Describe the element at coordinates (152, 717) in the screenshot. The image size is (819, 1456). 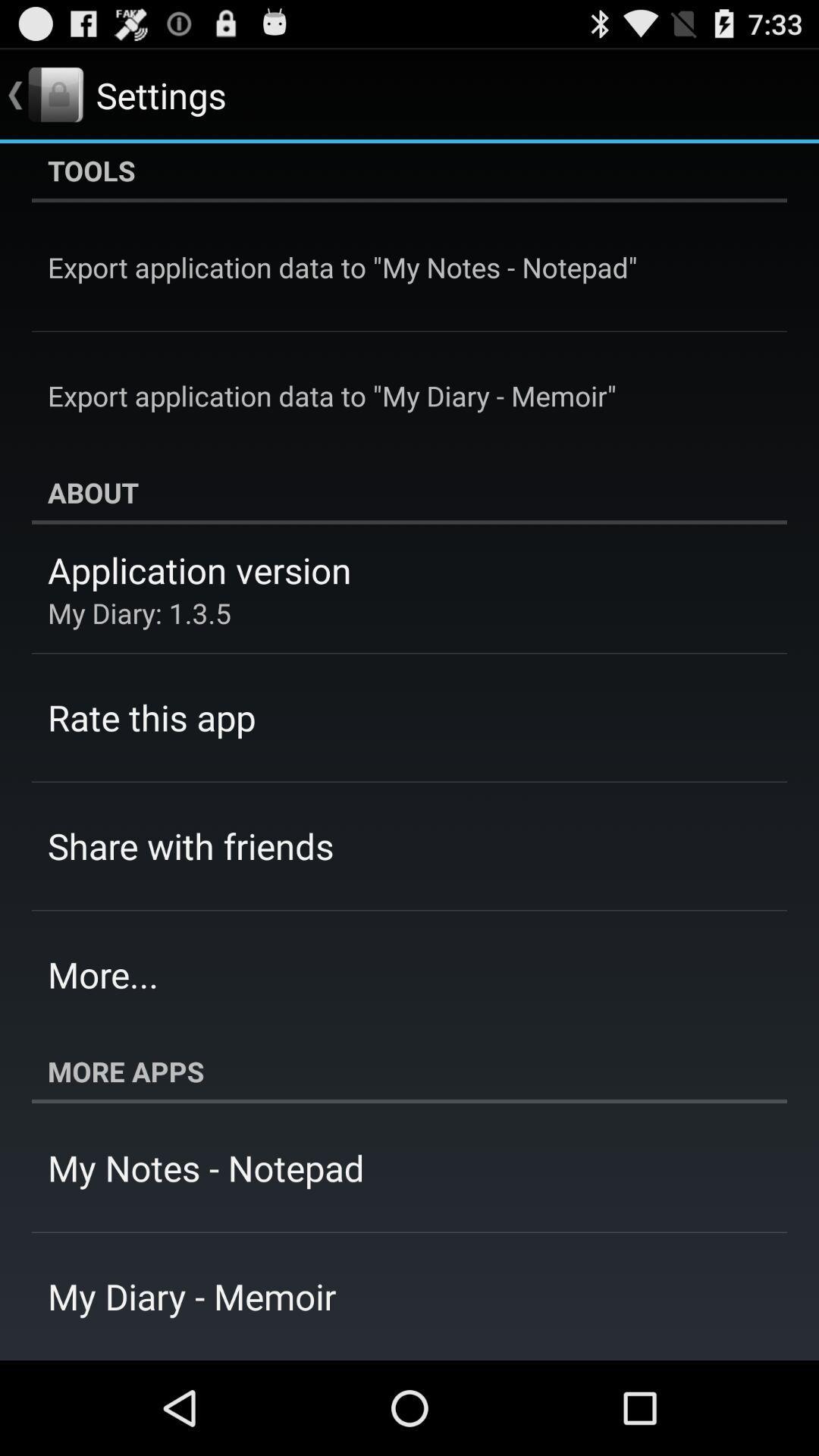
I see `rate this app item` at that location.